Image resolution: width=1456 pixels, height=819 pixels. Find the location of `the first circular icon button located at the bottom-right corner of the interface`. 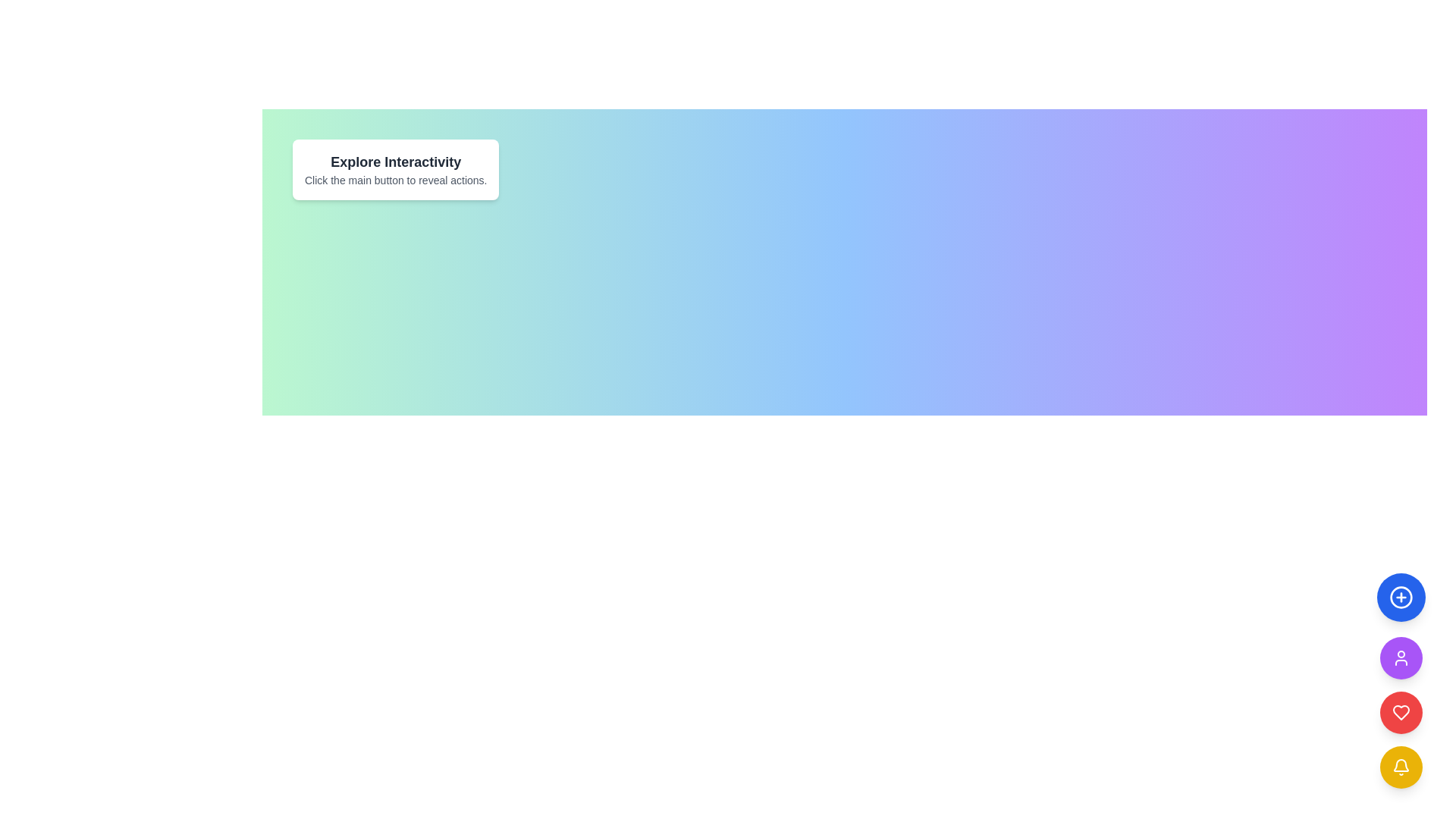

the first circular icon button located at the bottom-right corner of the interface is located at coordinates (1401, 596).